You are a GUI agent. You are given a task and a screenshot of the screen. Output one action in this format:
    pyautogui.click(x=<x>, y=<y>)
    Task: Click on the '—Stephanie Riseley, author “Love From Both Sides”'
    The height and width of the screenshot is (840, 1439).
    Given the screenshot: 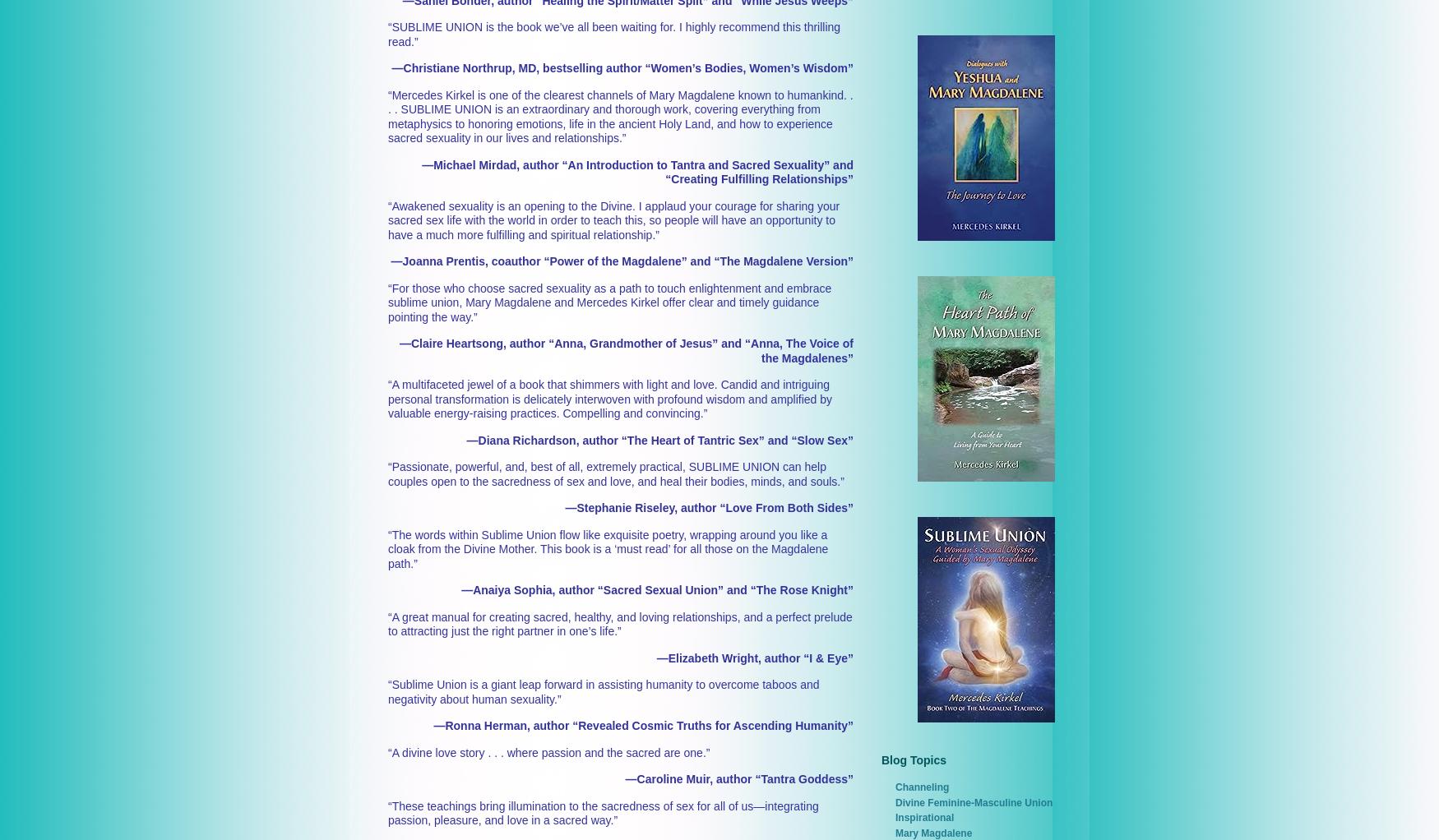 What is the action you would take?
    pyautogui.click(x=709, y=507)
    